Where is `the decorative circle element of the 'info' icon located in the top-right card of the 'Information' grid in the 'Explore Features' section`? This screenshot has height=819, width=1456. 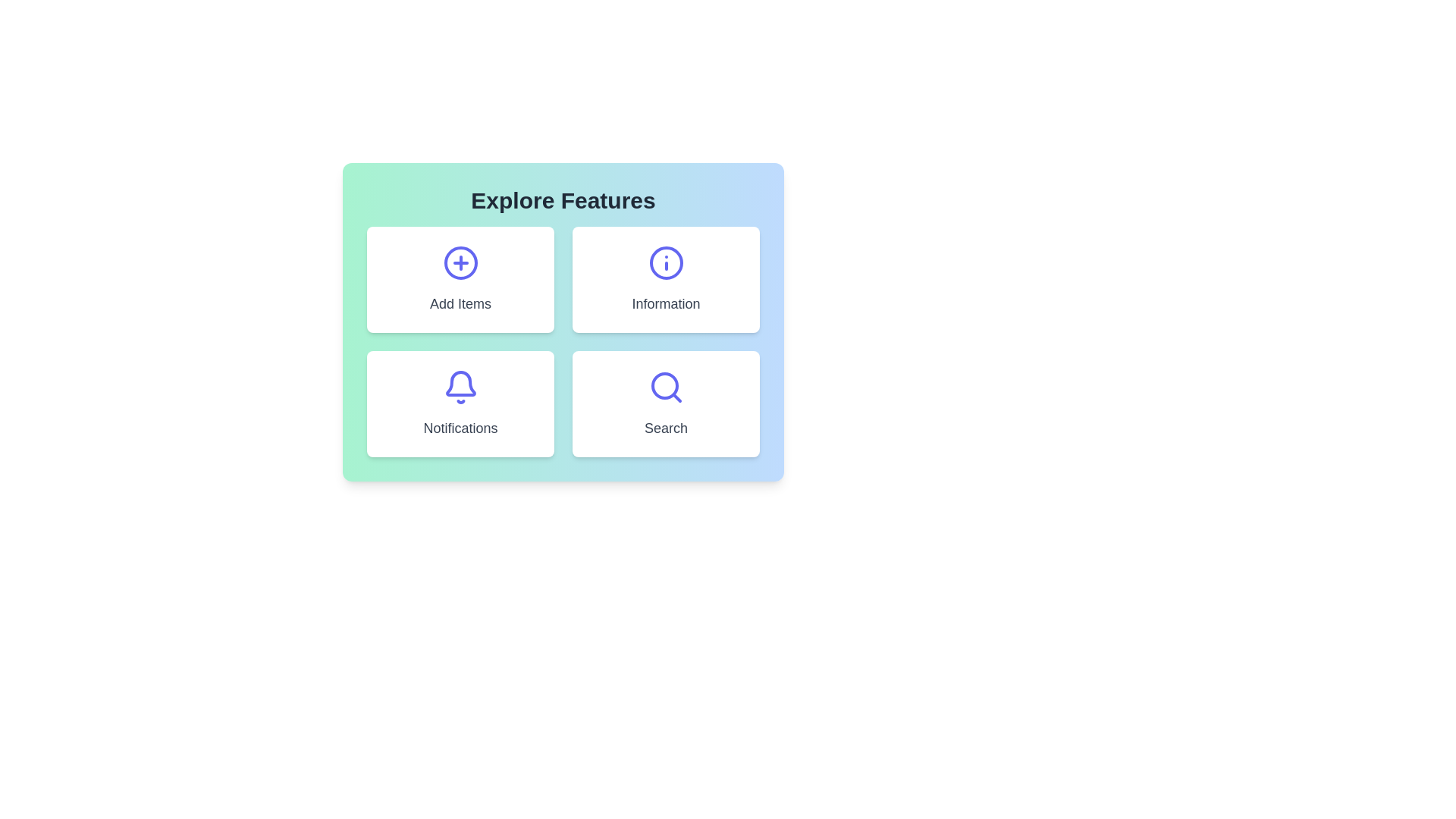 the decorative circle element of the 'info' icon located in the top-right card of the 'Information' grid in the 'Explore Features' section is located at coordinates (666, 262).